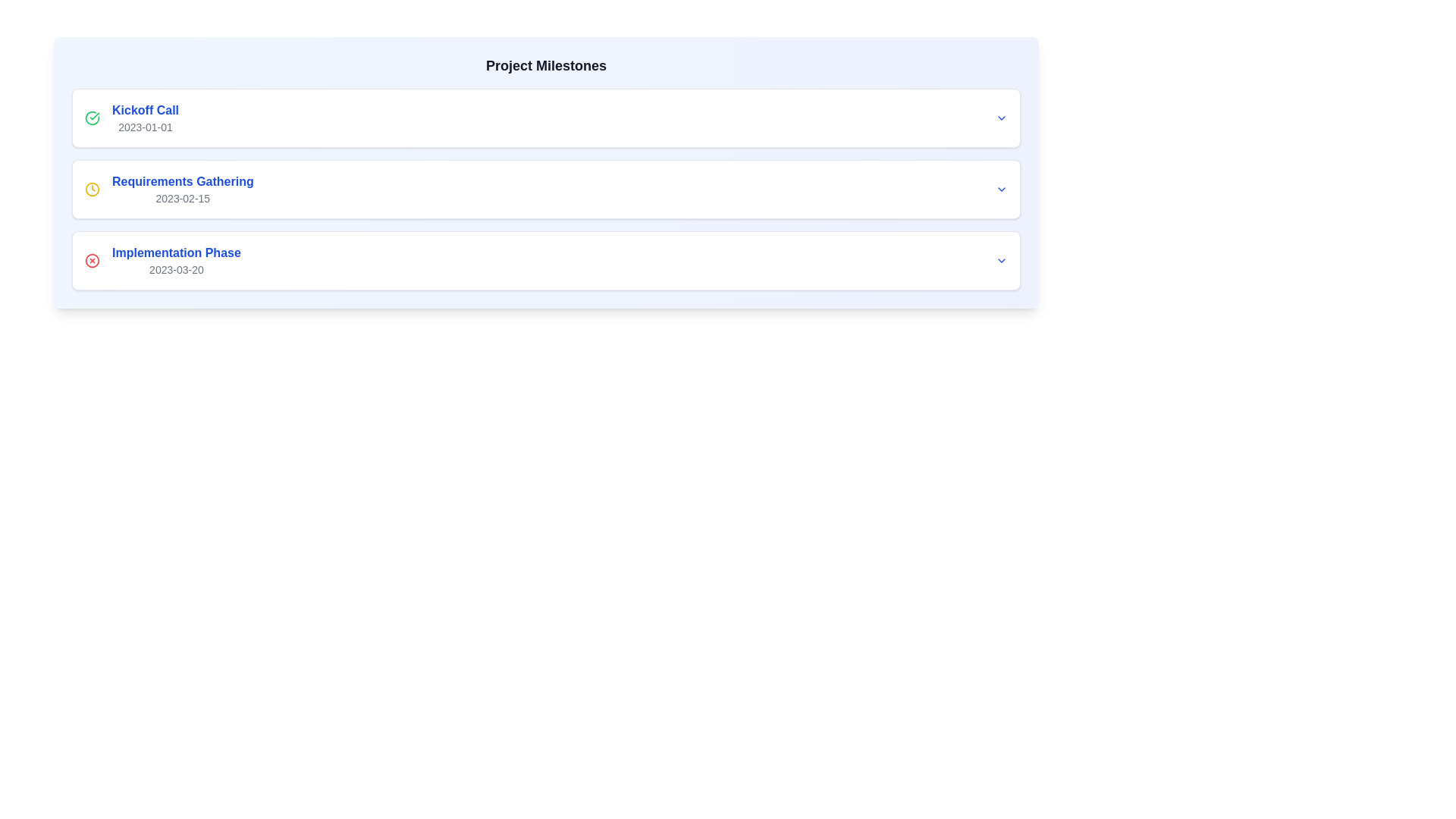 This screenshot has width=1456, height=819. Describe the element at coordinates (169, 189) in the screenshot. I see `the 'Requirements Gathering' milestone text, which is the second item in the list of milestones under the heading 'Project Milestones'` at that location.